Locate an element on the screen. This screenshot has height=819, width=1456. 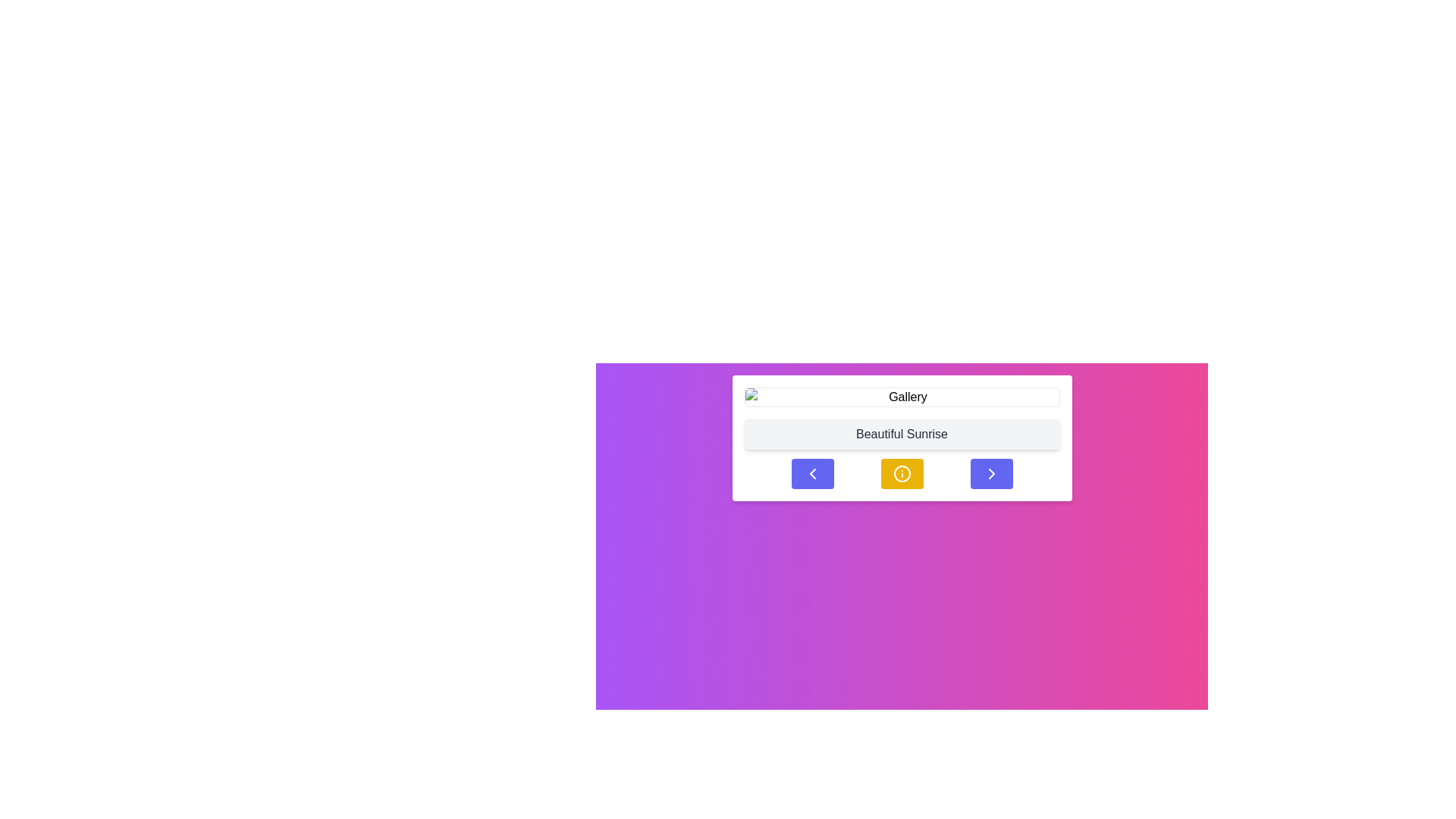
the static text display that shows 'Beautiful Sunrise', which is below the 'Gallery' image placeholder and above a row of buttons is located at coordinates (902, 438).